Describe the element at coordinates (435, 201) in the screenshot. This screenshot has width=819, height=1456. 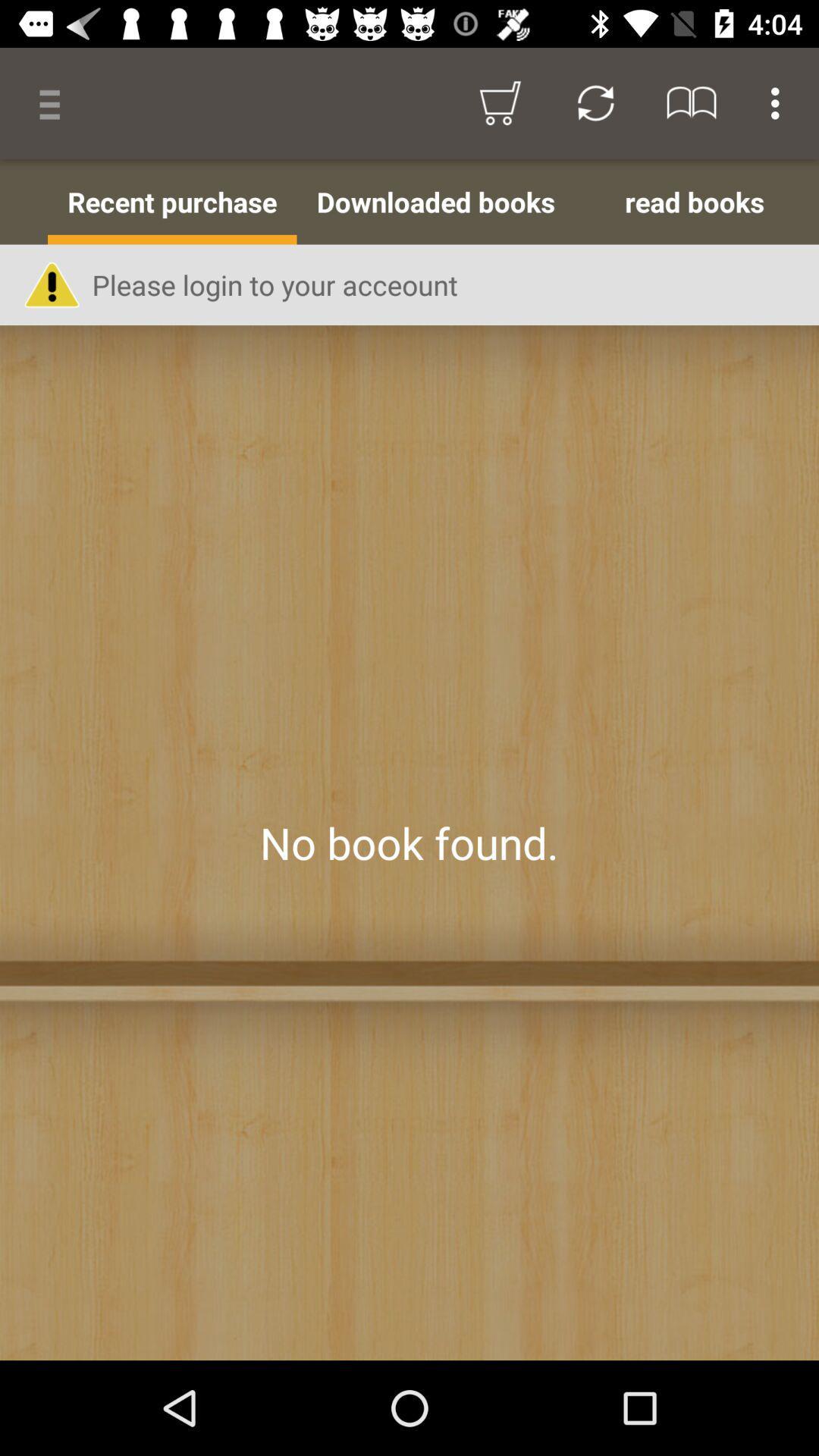
I see `icon next to recent purchase app` at that location.